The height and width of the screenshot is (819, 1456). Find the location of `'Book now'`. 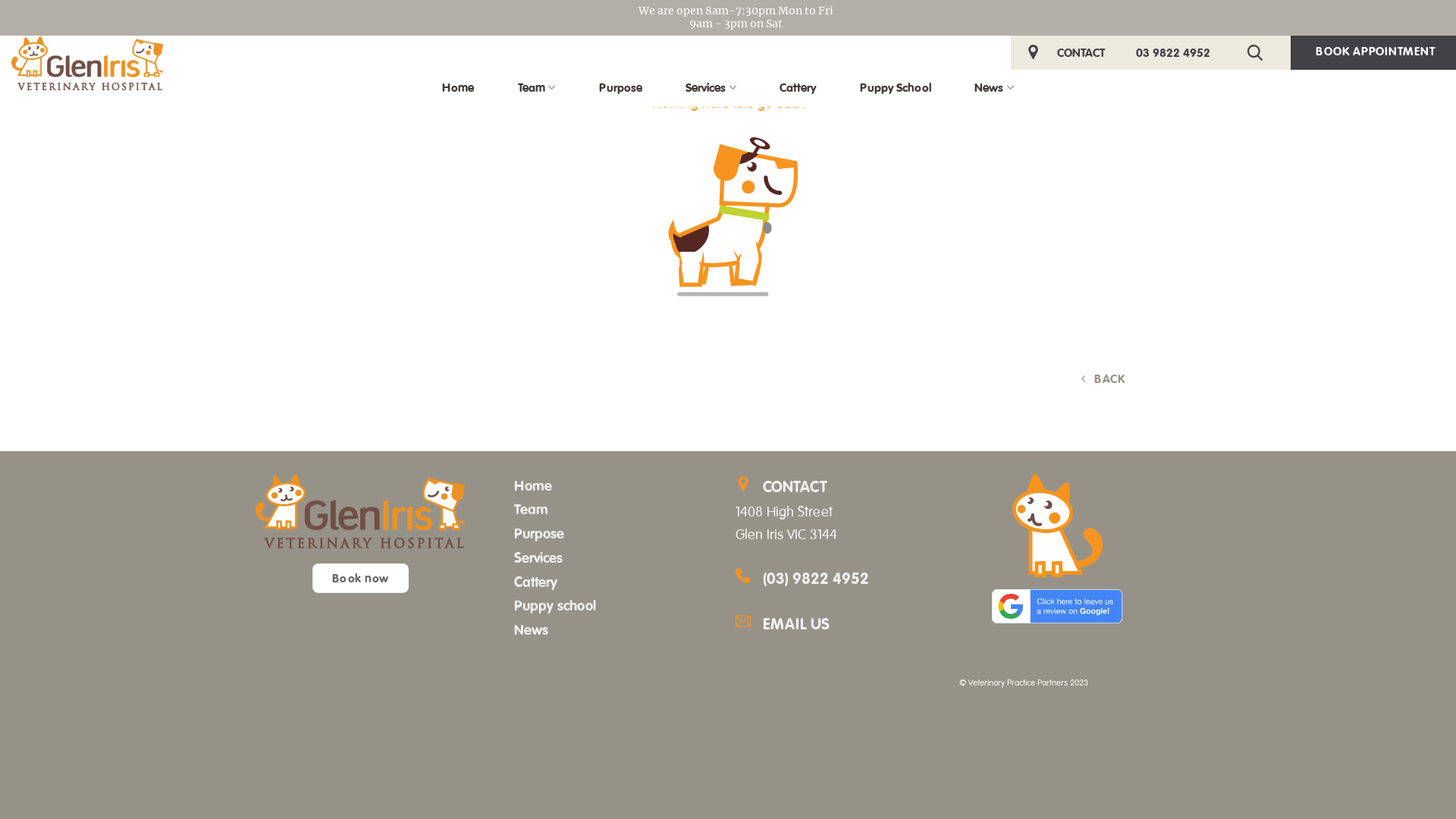

'Book now' is located at coordinates (312, 578).